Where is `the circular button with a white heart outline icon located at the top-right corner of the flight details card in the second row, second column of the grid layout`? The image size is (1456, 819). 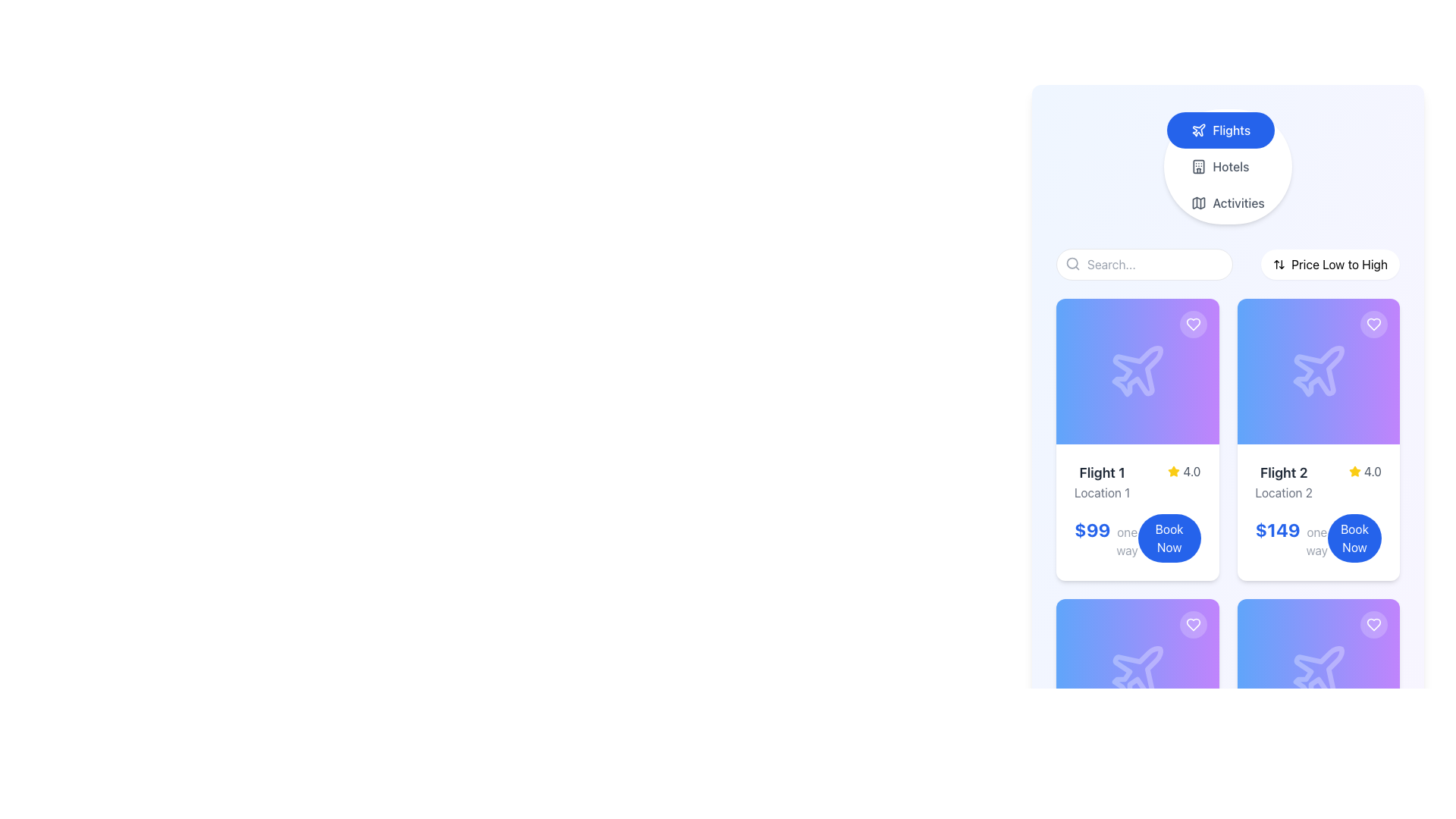
the circular button with a white heart outline icon located at the top-right corner of the flight details card in the second row, second column of the grid layout is located at coordinates (1373, 625).